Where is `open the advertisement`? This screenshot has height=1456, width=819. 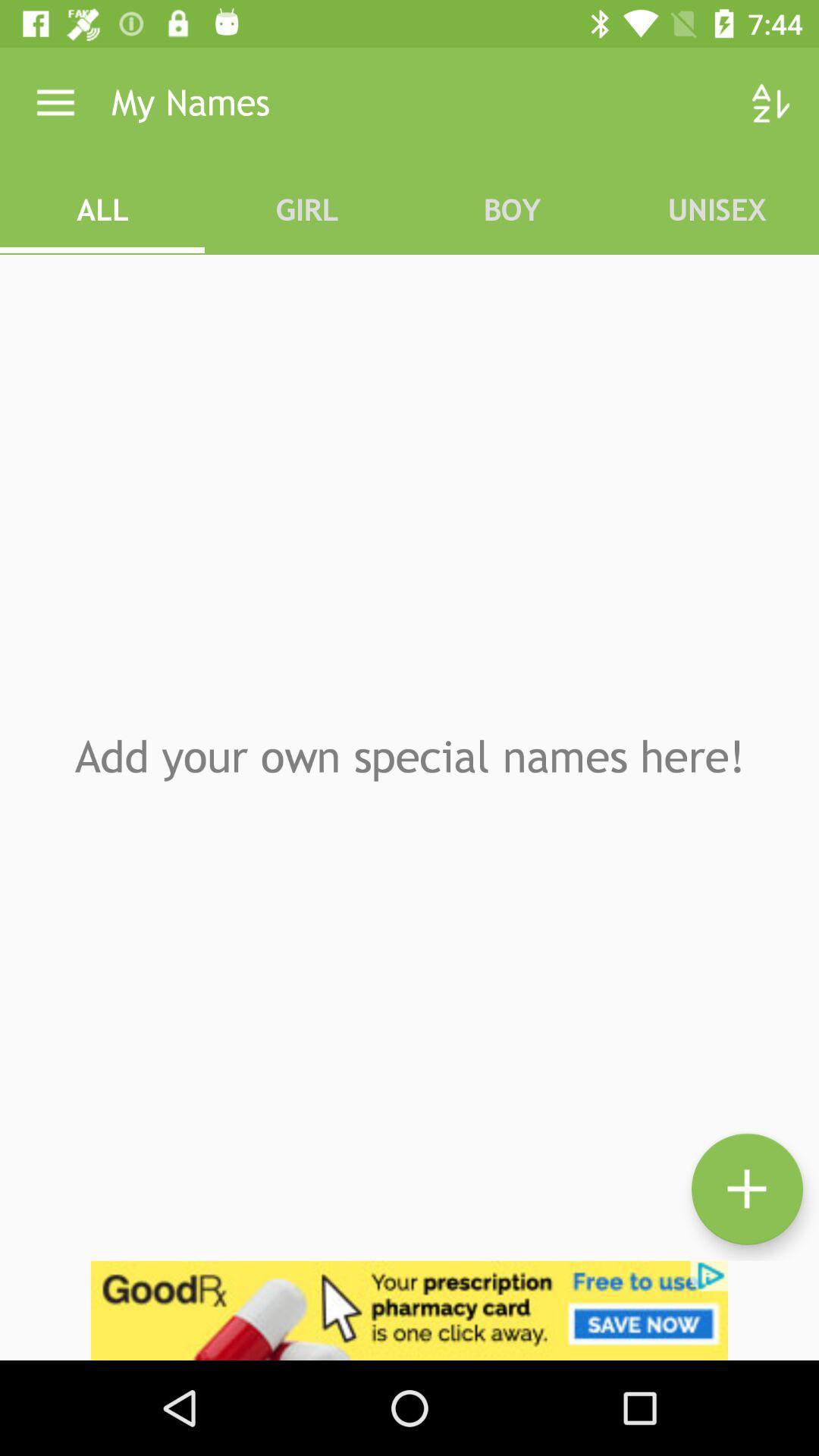 open the advertisement is located at coordinates (409, 1310).